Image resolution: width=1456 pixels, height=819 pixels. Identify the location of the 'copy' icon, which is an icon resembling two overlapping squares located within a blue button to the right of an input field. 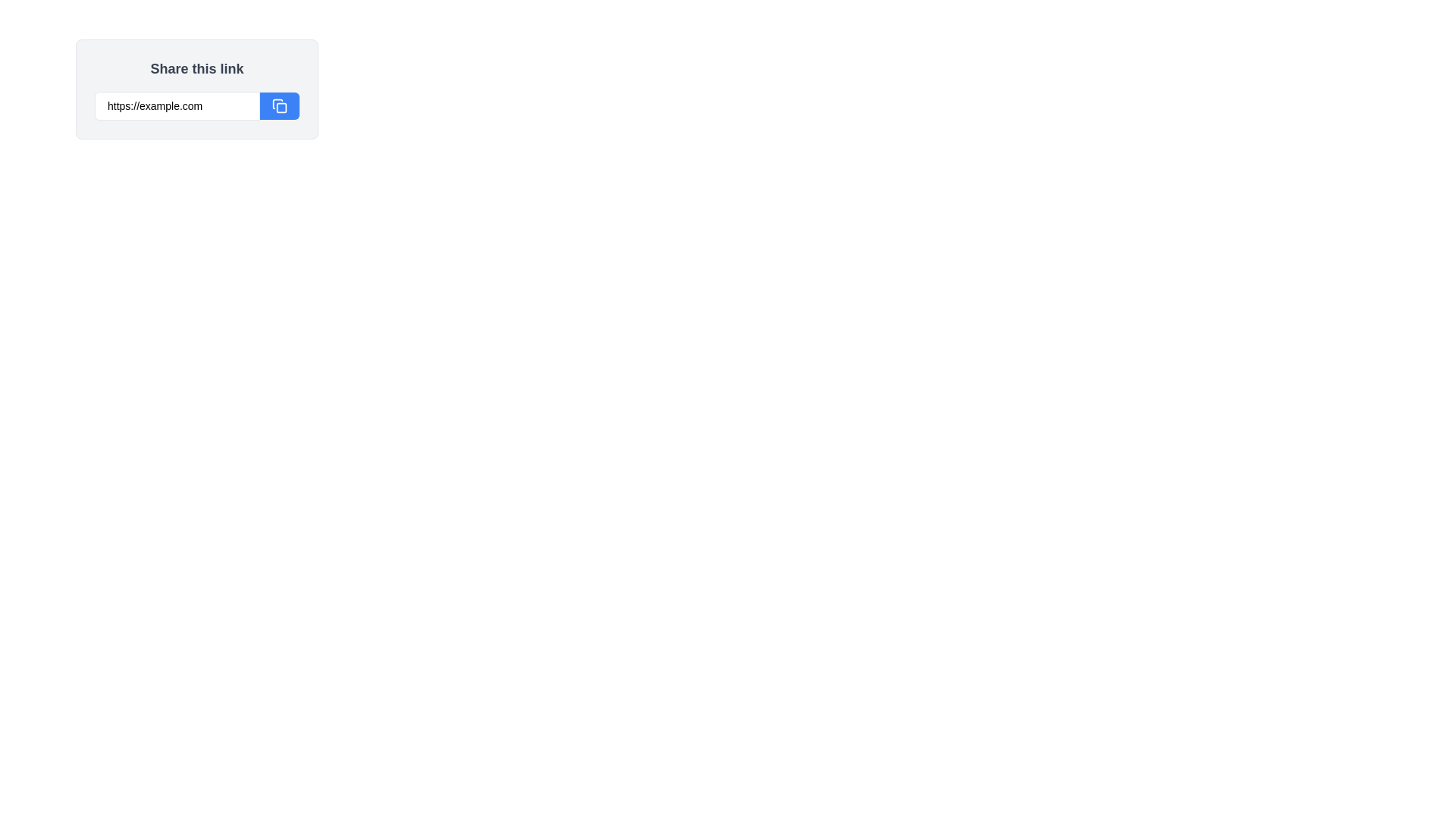
(280, 105).